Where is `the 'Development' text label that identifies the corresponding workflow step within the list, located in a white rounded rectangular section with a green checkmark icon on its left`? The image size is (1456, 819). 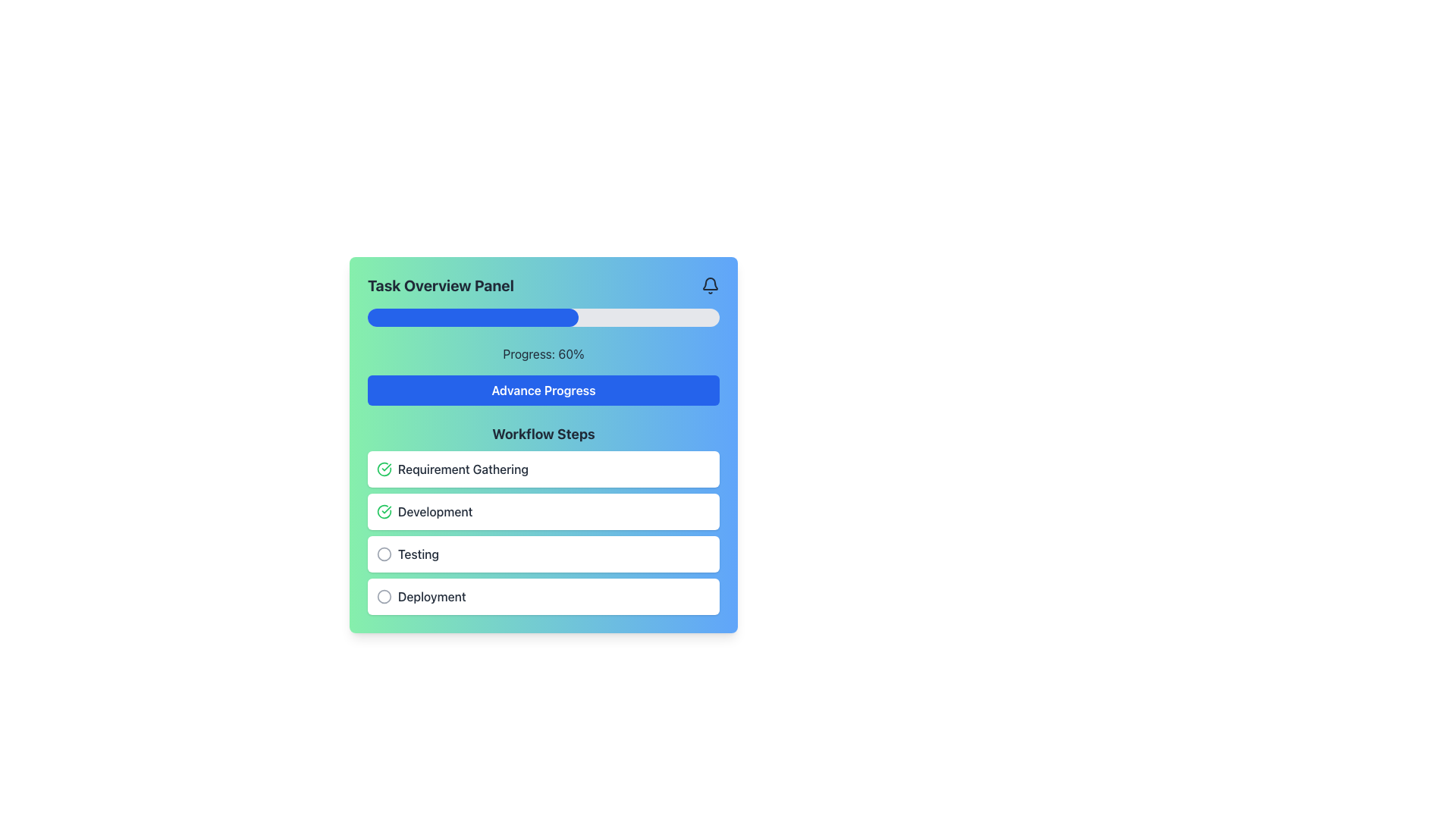 the 'Development' text label that identifies the corresponding workflow step within the list, located in a white rounded rectangular section with a green checkmark icon on its left is located at coordinates (435, 512).